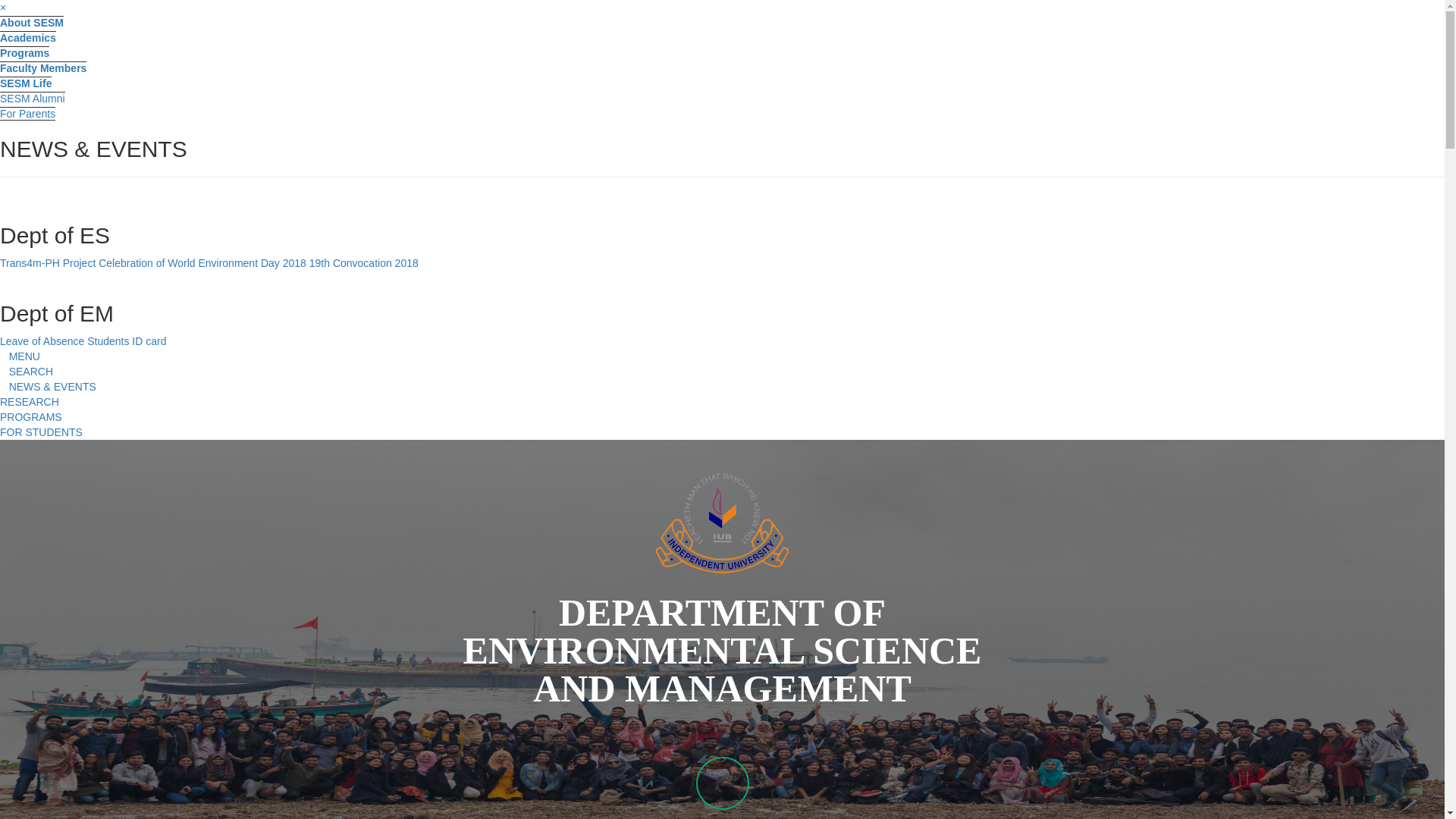  Describe the element at coordinates (721, 385) in the screenshot. I see `'   NEWS & EVENTS'` at that location.